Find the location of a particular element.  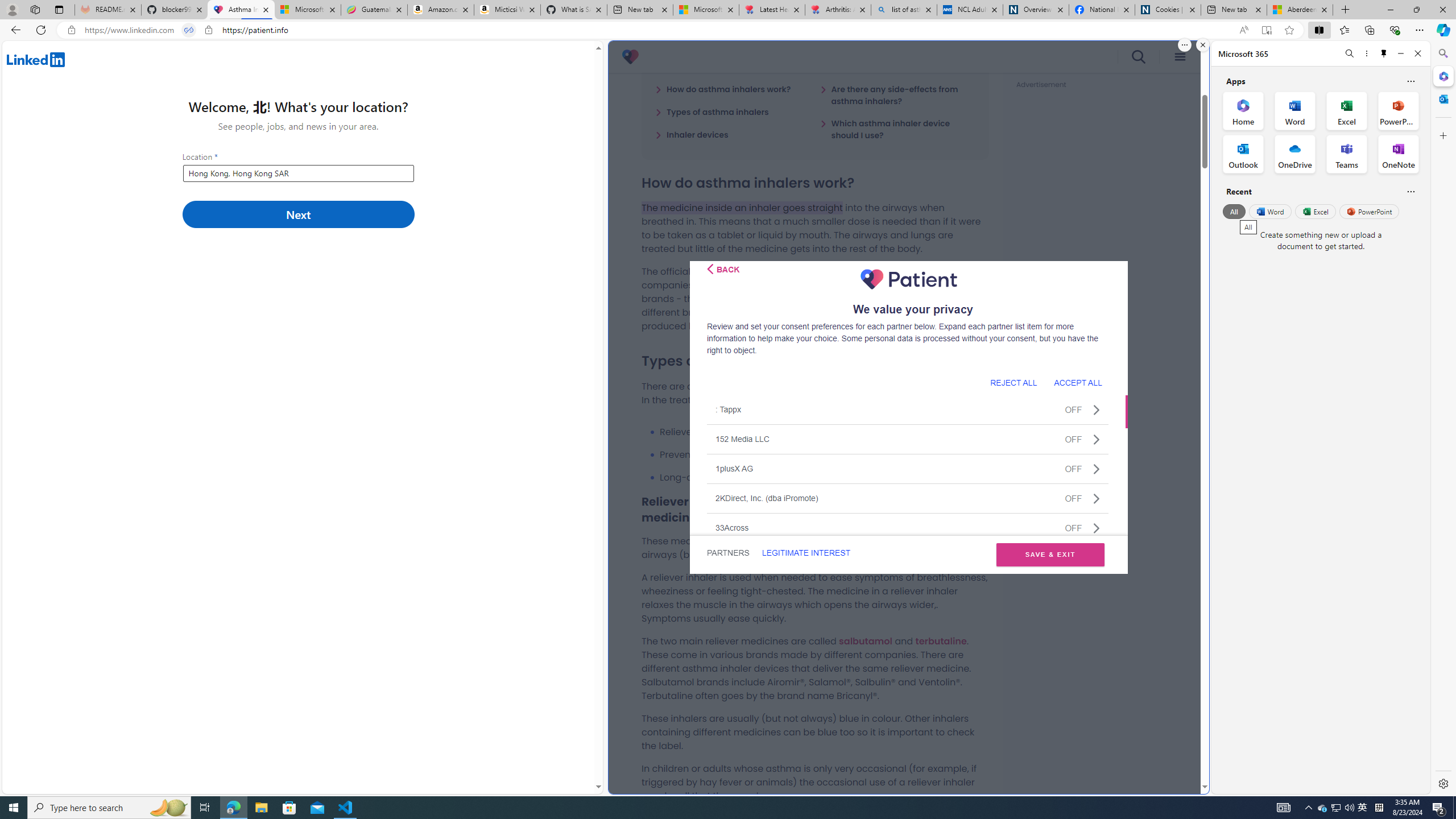

'SAVE & EXIT' is located at coordinates (1050, 554).